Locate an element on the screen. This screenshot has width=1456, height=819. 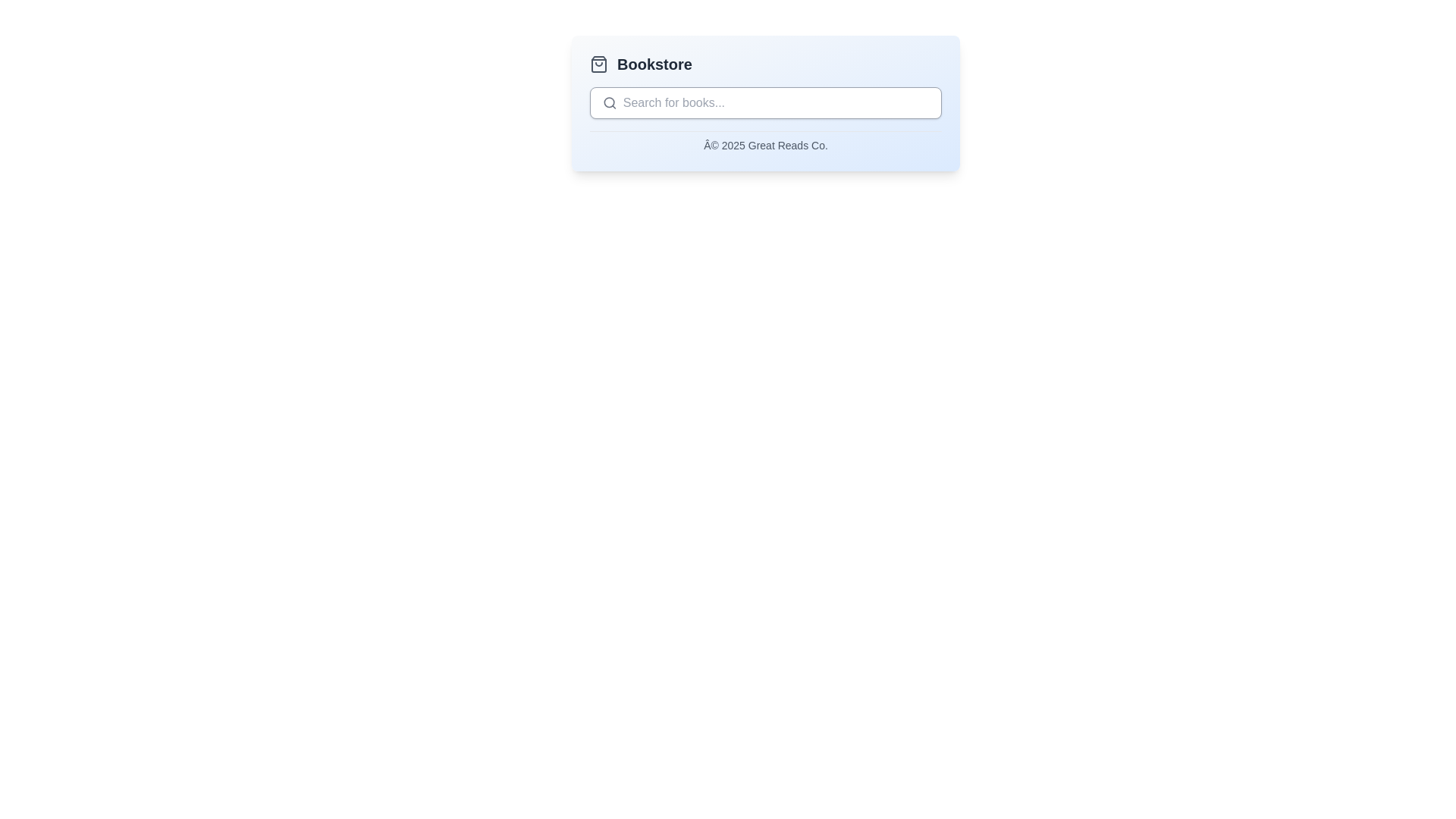
the shopping bag icon located in the upper left portion of the interface, just to the left of the text 'Bookstore' is located at coordinates (598, 63).